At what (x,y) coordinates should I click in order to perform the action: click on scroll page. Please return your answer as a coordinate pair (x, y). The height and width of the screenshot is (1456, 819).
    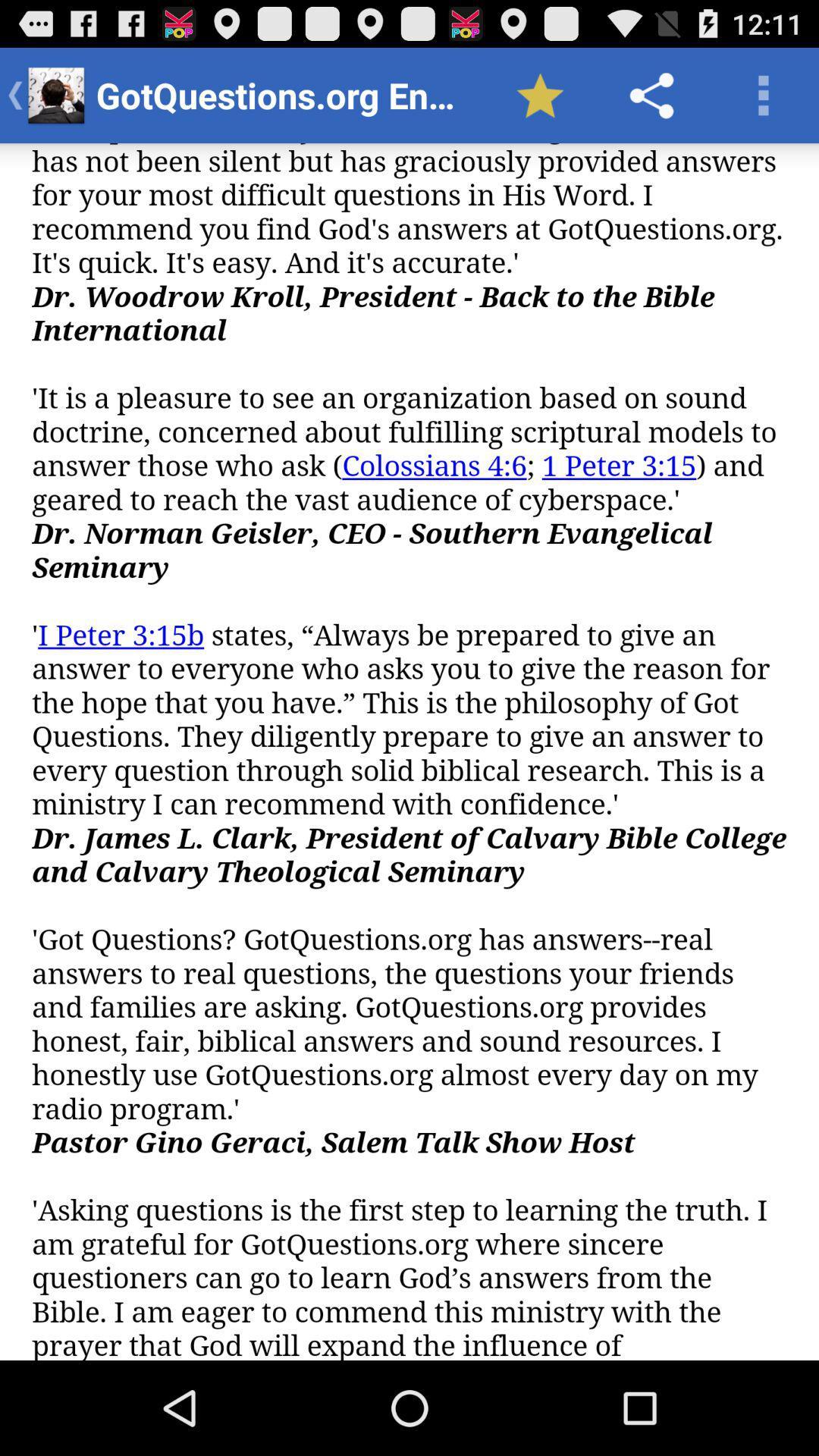
    Looking at the image, I should click on (409, 752).